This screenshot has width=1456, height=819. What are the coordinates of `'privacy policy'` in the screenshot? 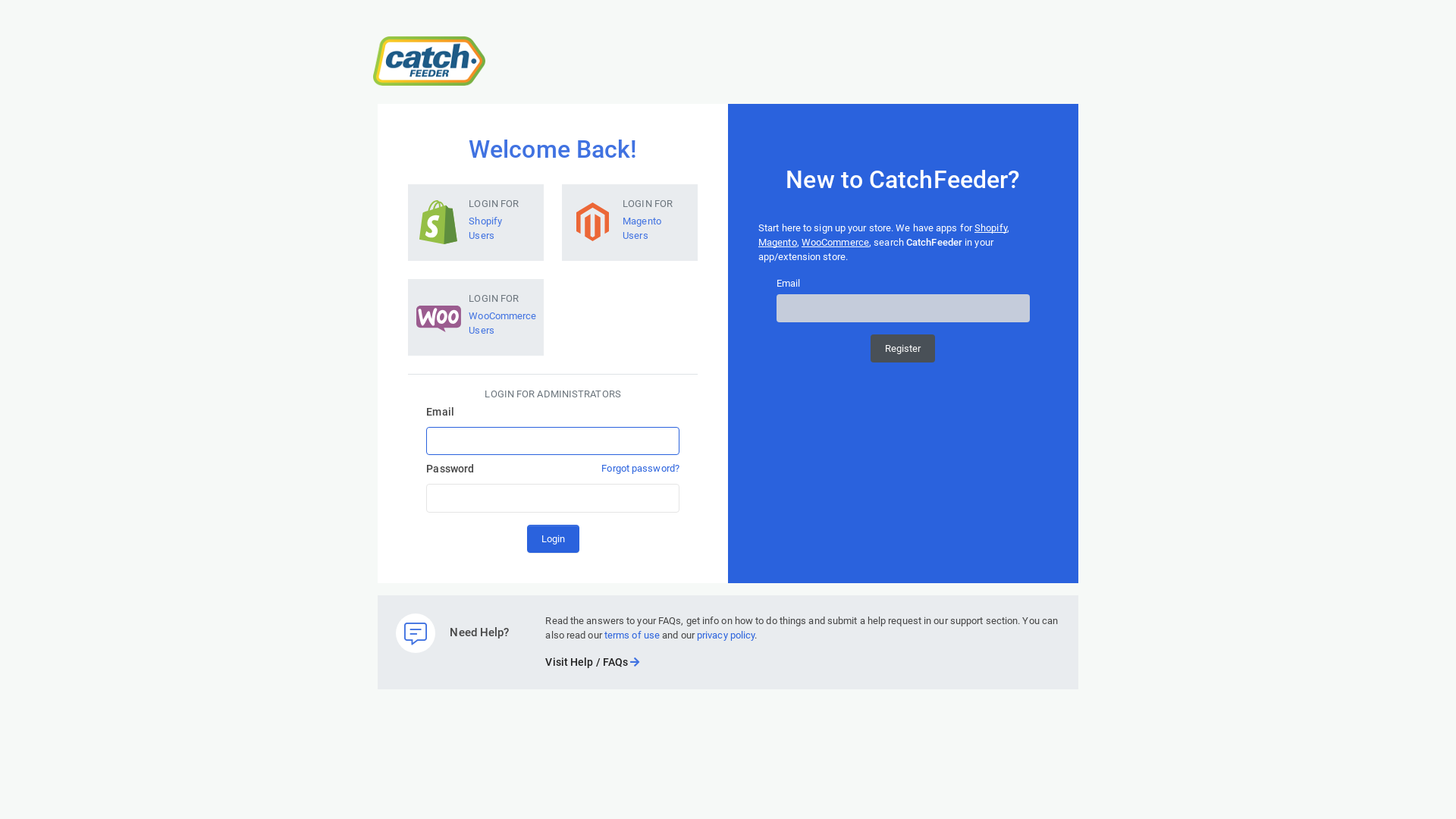 It's located at (724, 635).